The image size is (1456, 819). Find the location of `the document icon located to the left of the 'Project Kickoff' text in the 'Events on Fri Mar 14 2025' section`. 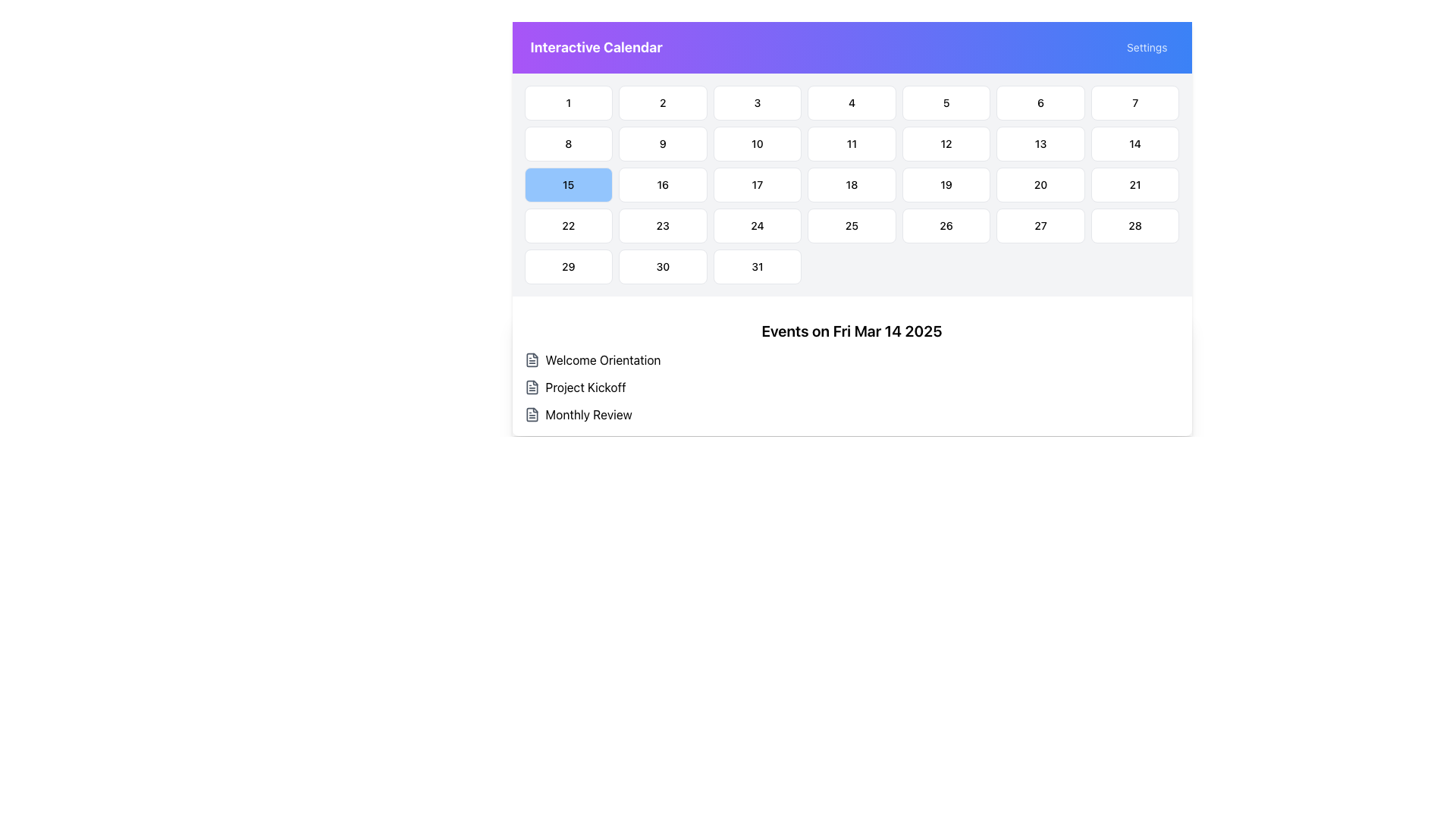

the document icon located to the left of the 'Project Kickoff' text in the 'Events on Fri Mar 14 2025' section is located at coordinates (532, 386).